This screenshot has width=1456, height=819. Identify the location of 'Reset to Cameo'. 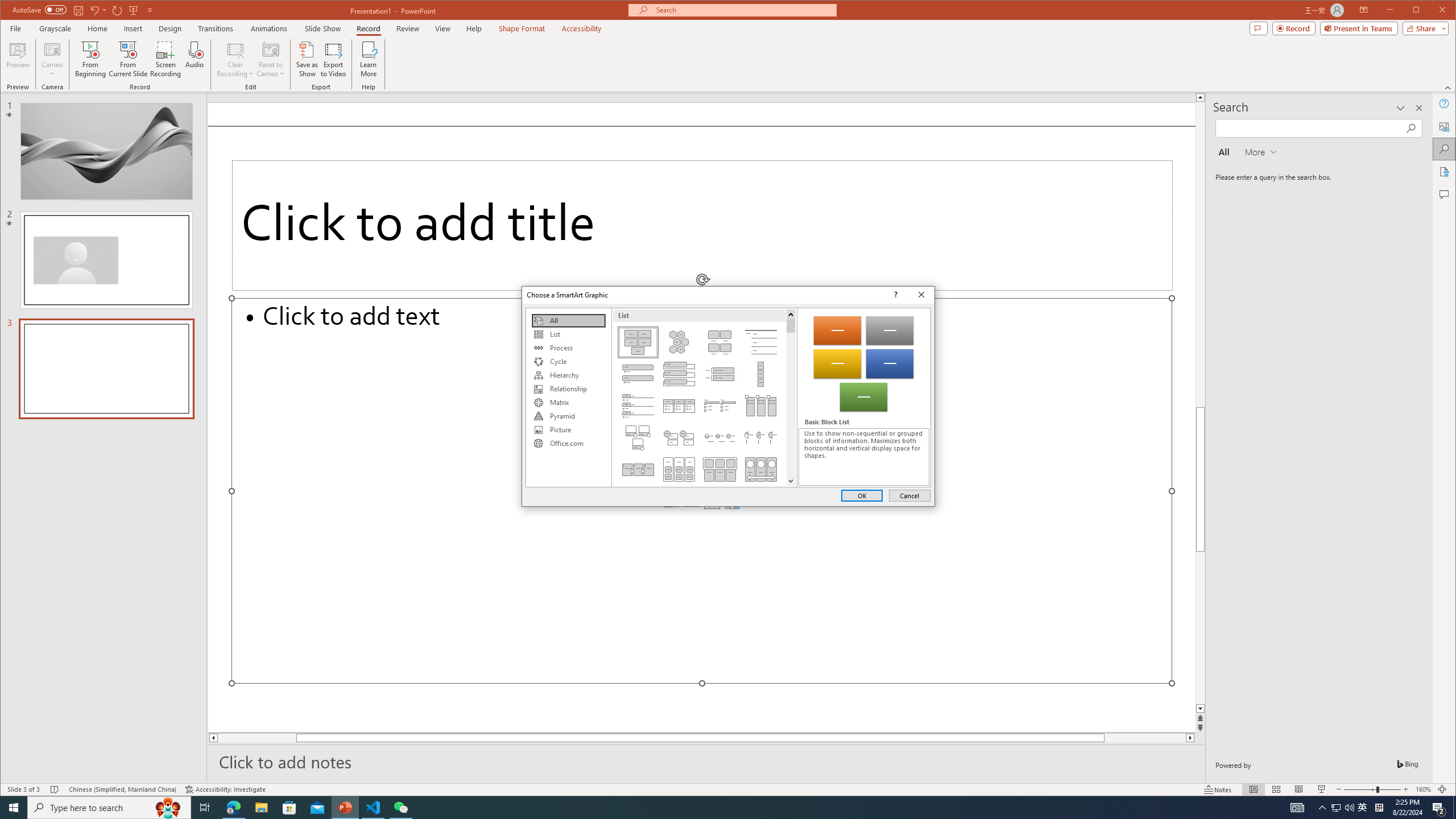
(269, 59).